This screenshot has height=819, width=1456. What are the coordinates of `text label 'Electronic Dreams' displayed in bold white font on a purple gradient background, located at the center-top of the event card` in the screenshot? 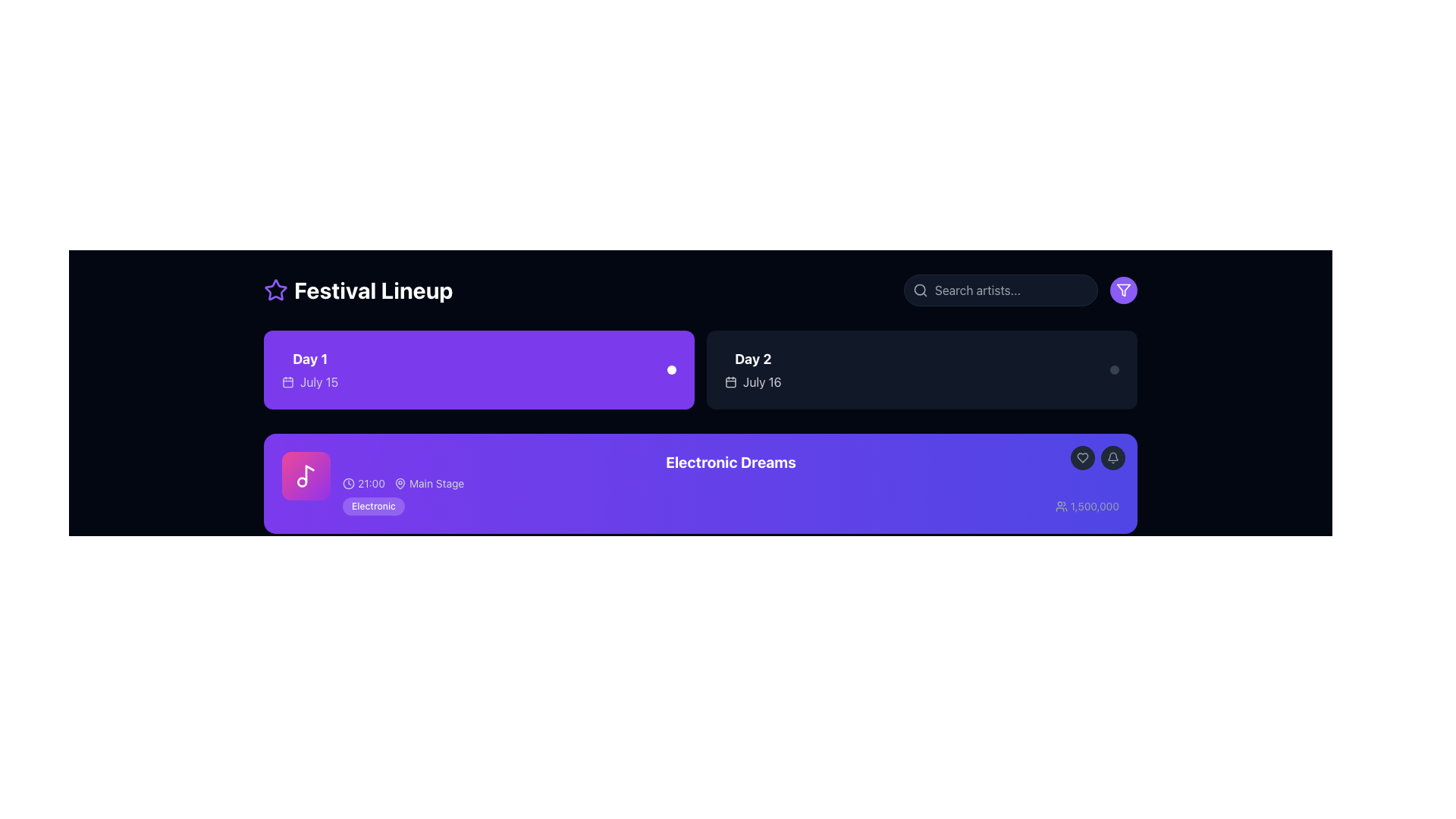 It's located at (731, 461).